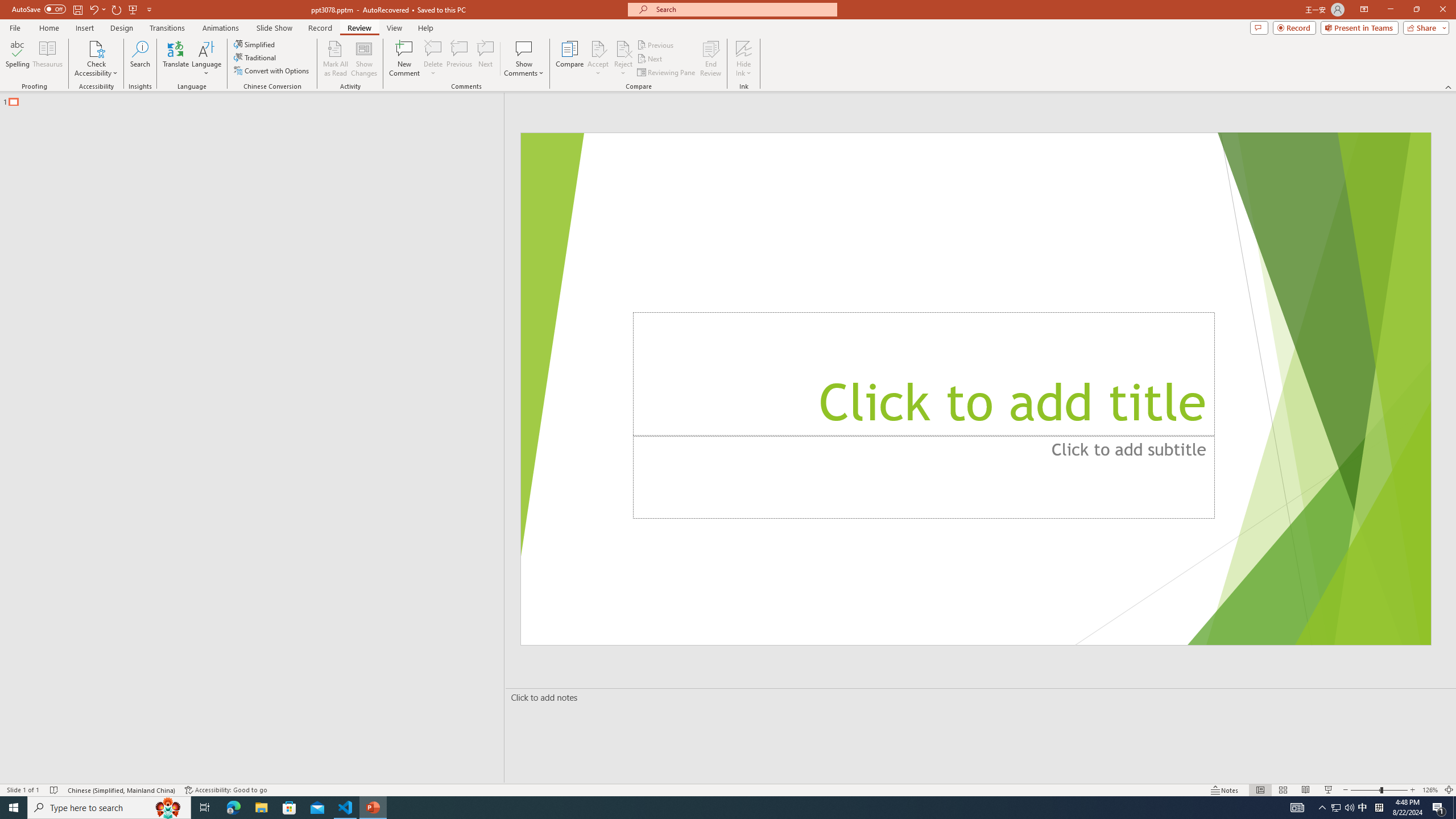 The image size is (1456, 819). What do you see at coordinates (656, 44) in the screenshot?
I see `'Previous'` at bounding box center [656, 44].